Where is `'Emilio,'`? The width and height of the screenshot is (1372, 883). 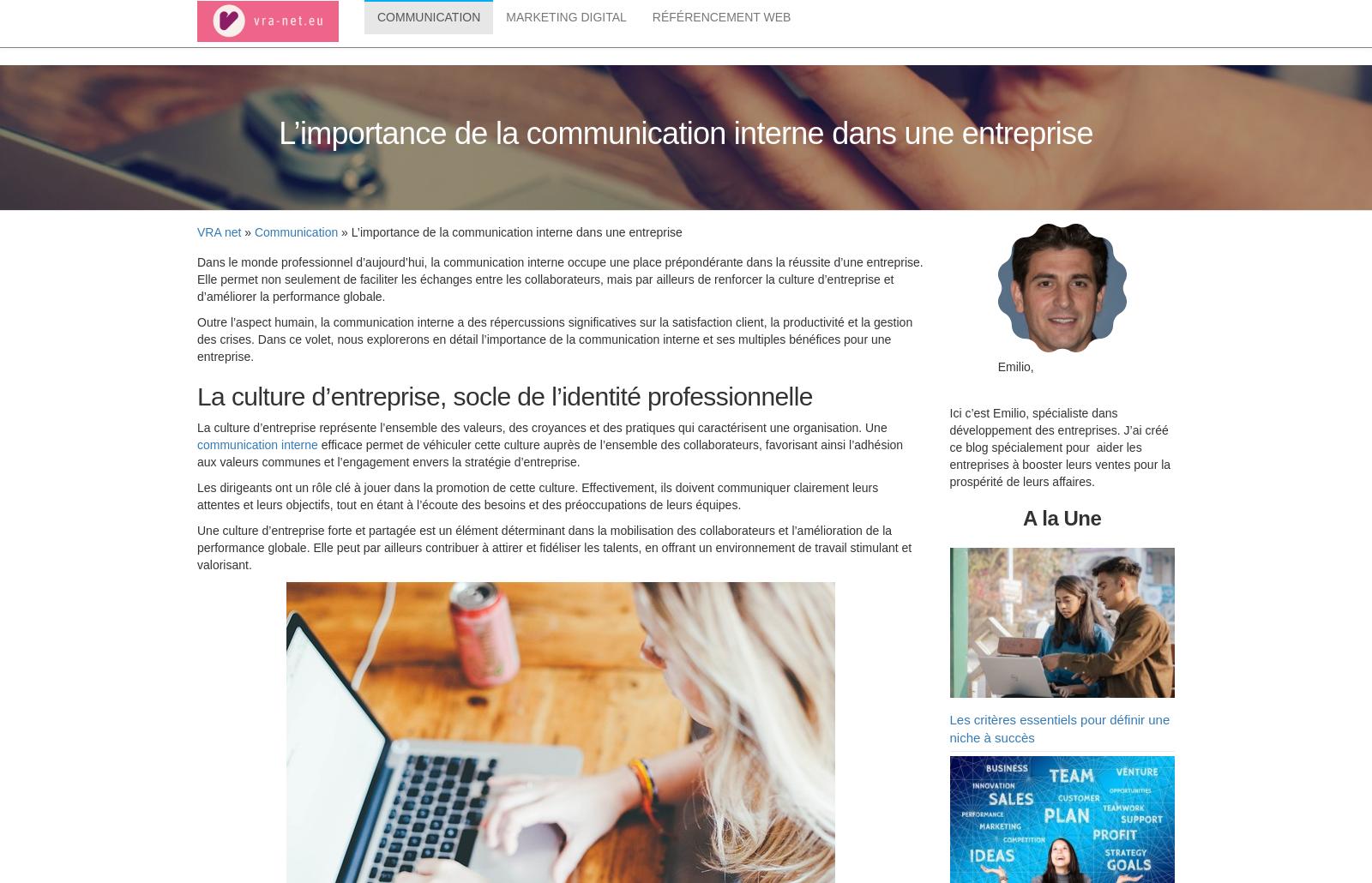
'Emilio,' is located at coordinates (1015, 369).